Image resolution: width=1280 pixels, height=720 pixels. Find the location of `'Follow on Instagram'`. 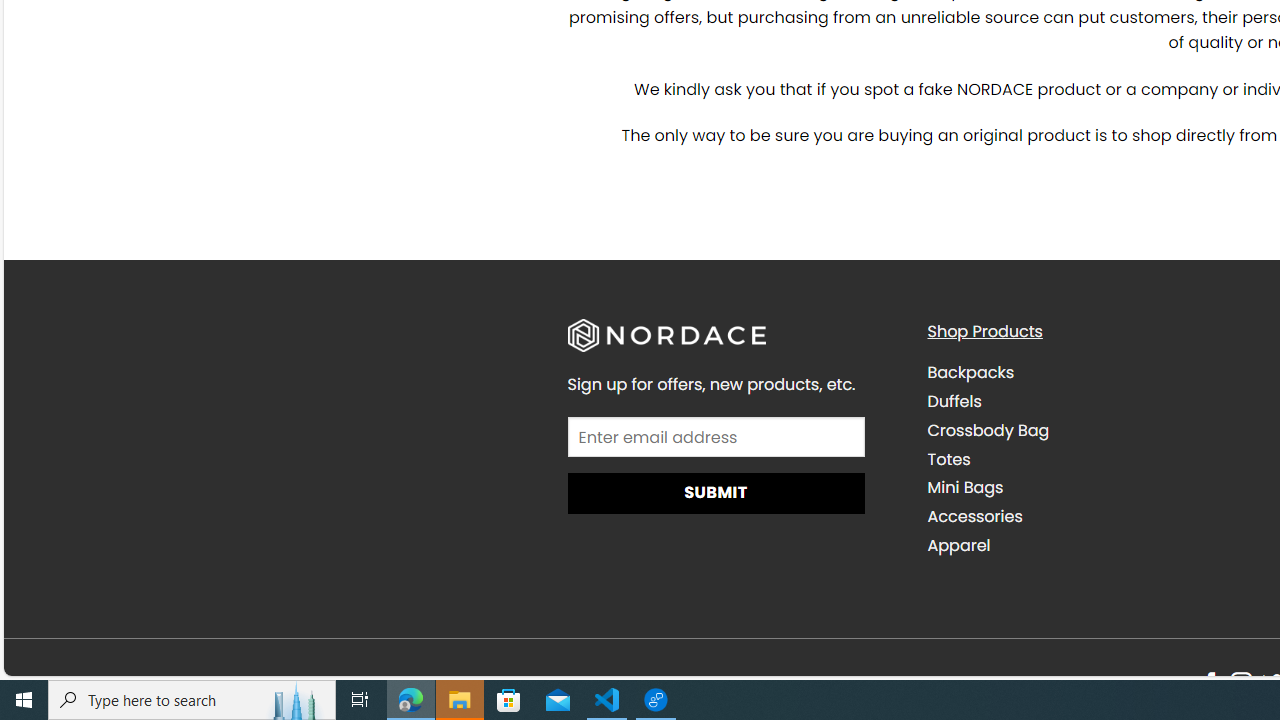

'Follow on Instagram' is located at coordinates (1240, 683).